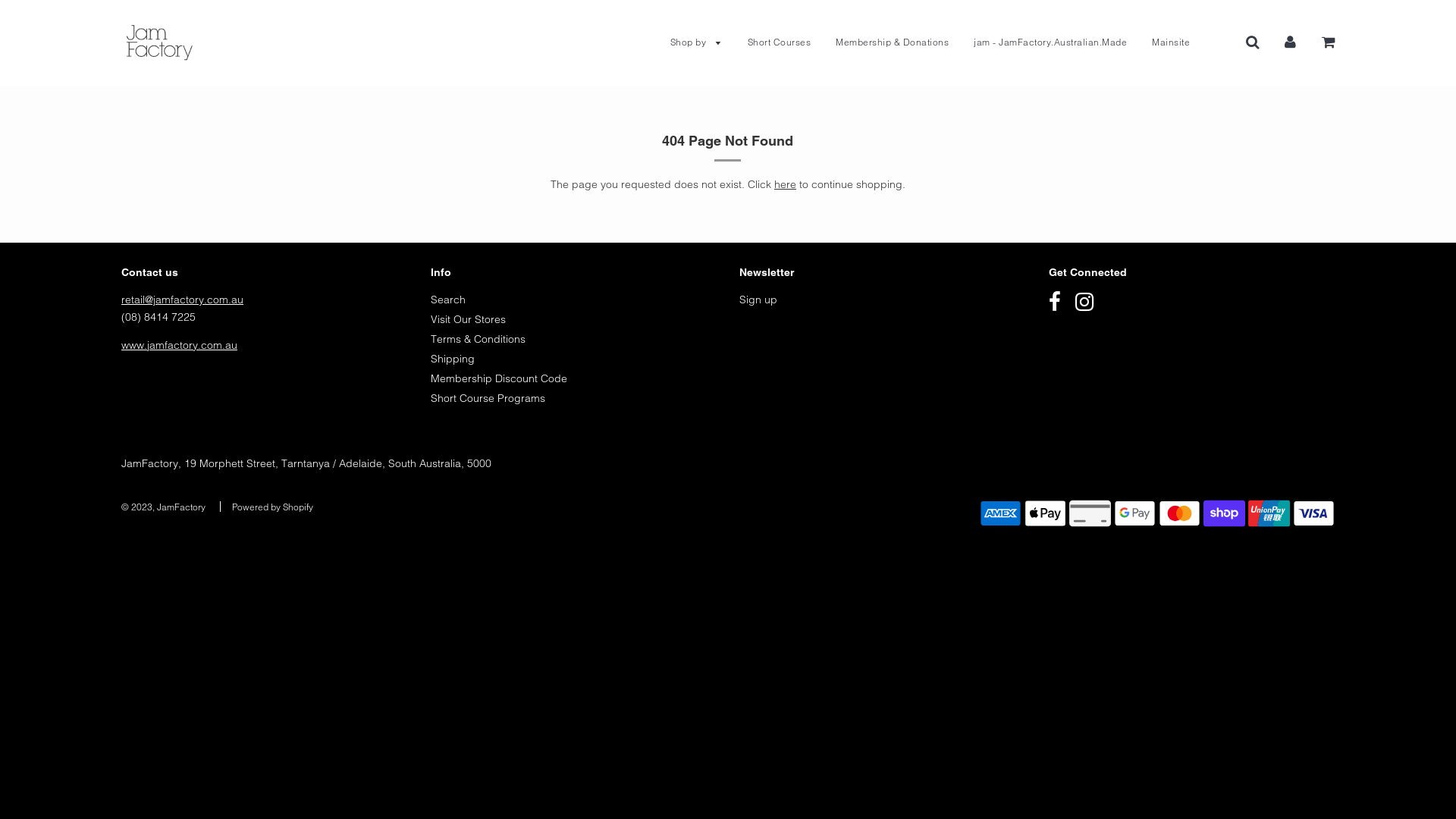 This screenshot has width=1456, height=819. I want to click on 'Visit Our Stores', so click(467, 318).